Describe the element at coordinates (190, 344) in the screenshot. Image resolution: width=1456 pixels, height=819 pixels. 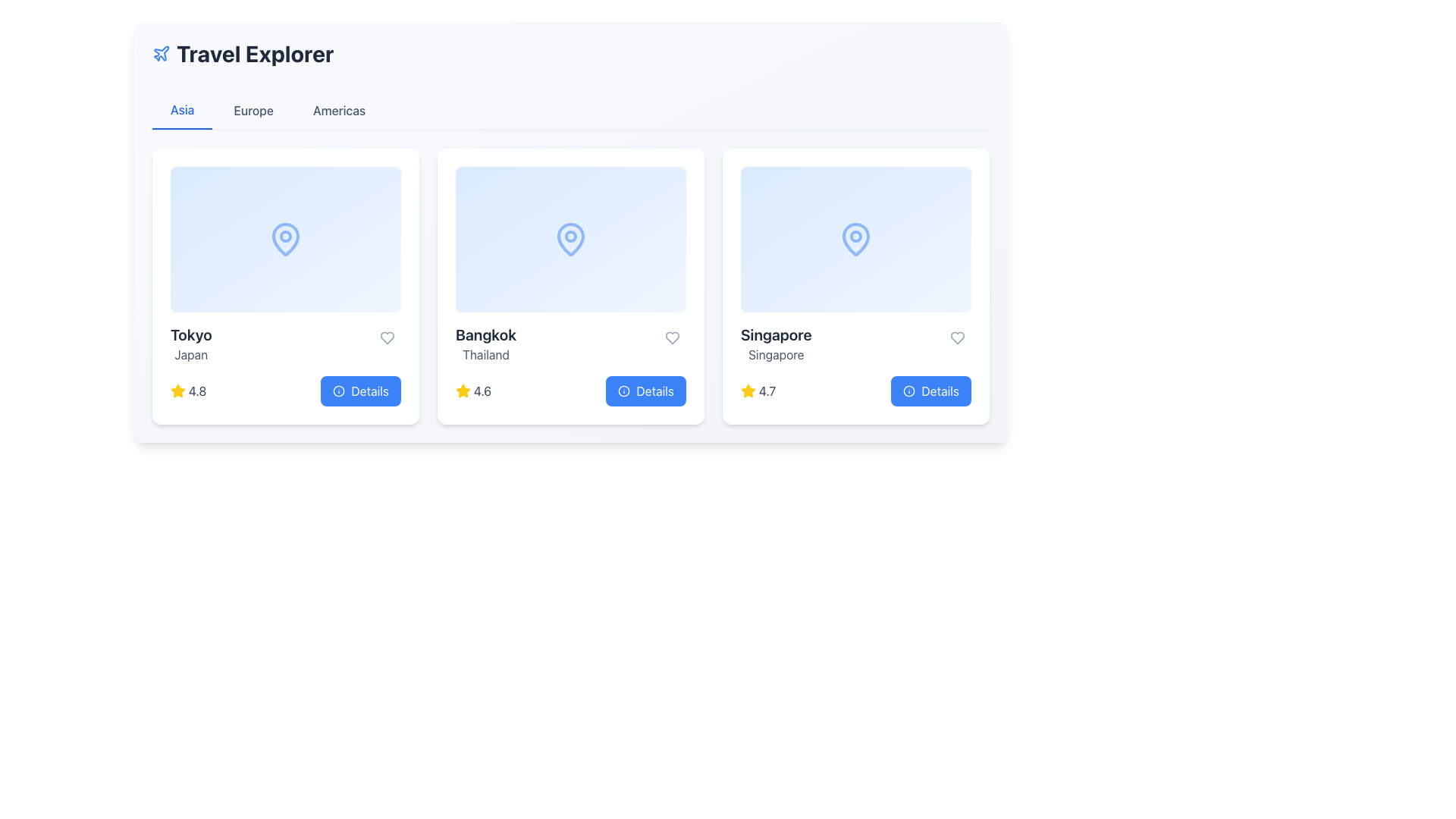
I see `the informational text displaying the name and country of a travel destination located in the first card under the 'Asia' tab in the 'Travel Explorer' section` at that location.